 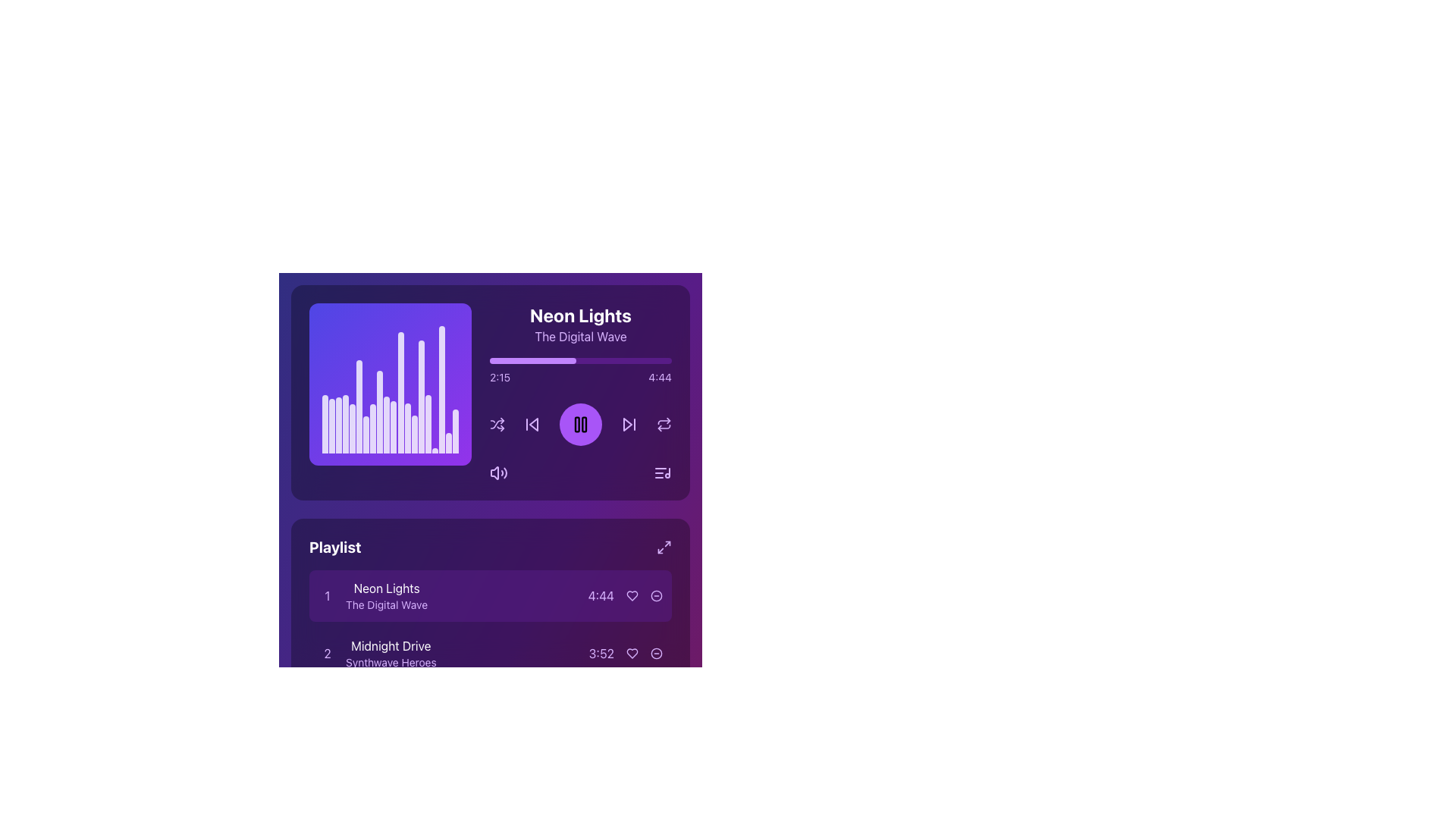 What do you see at coordinates (524, 360) in the screenshot?
I see `the progress` at bounding box center [524, 360].